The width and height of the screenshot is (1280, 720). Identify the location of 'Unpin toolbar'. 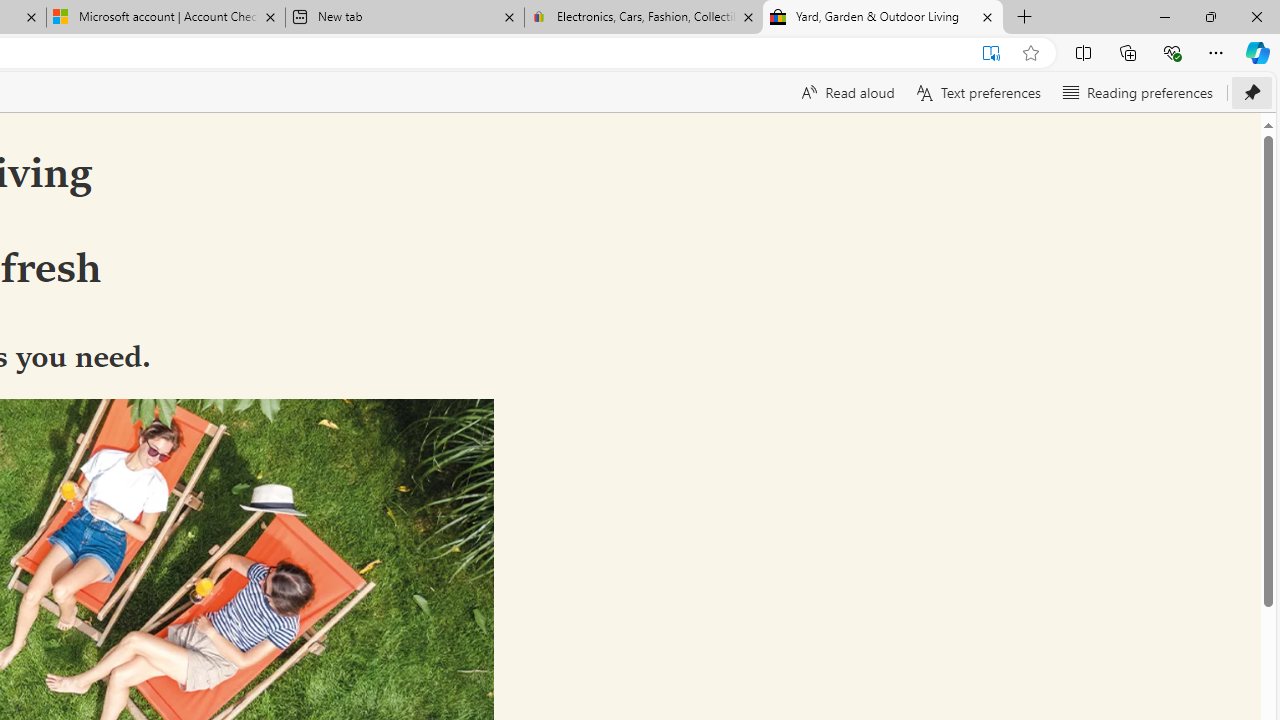
(1251, 92).